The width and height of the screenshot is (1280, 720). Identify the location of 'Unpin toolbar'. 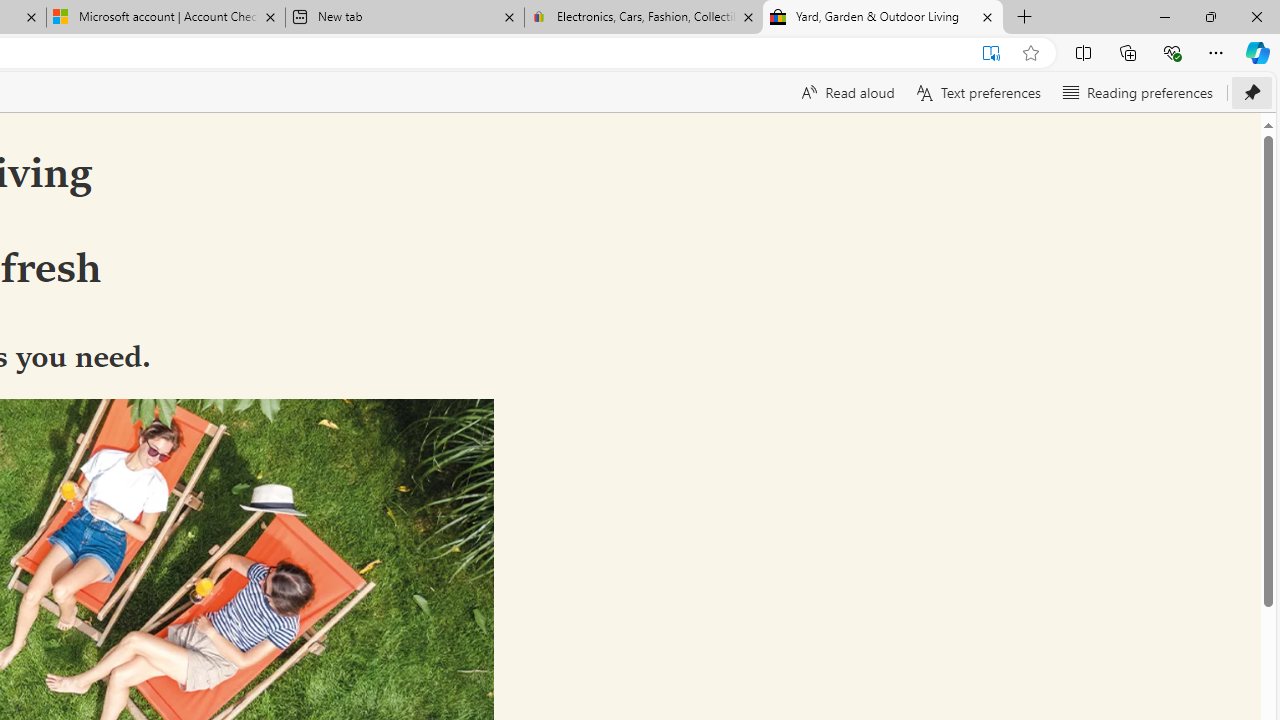
(1251, 92).